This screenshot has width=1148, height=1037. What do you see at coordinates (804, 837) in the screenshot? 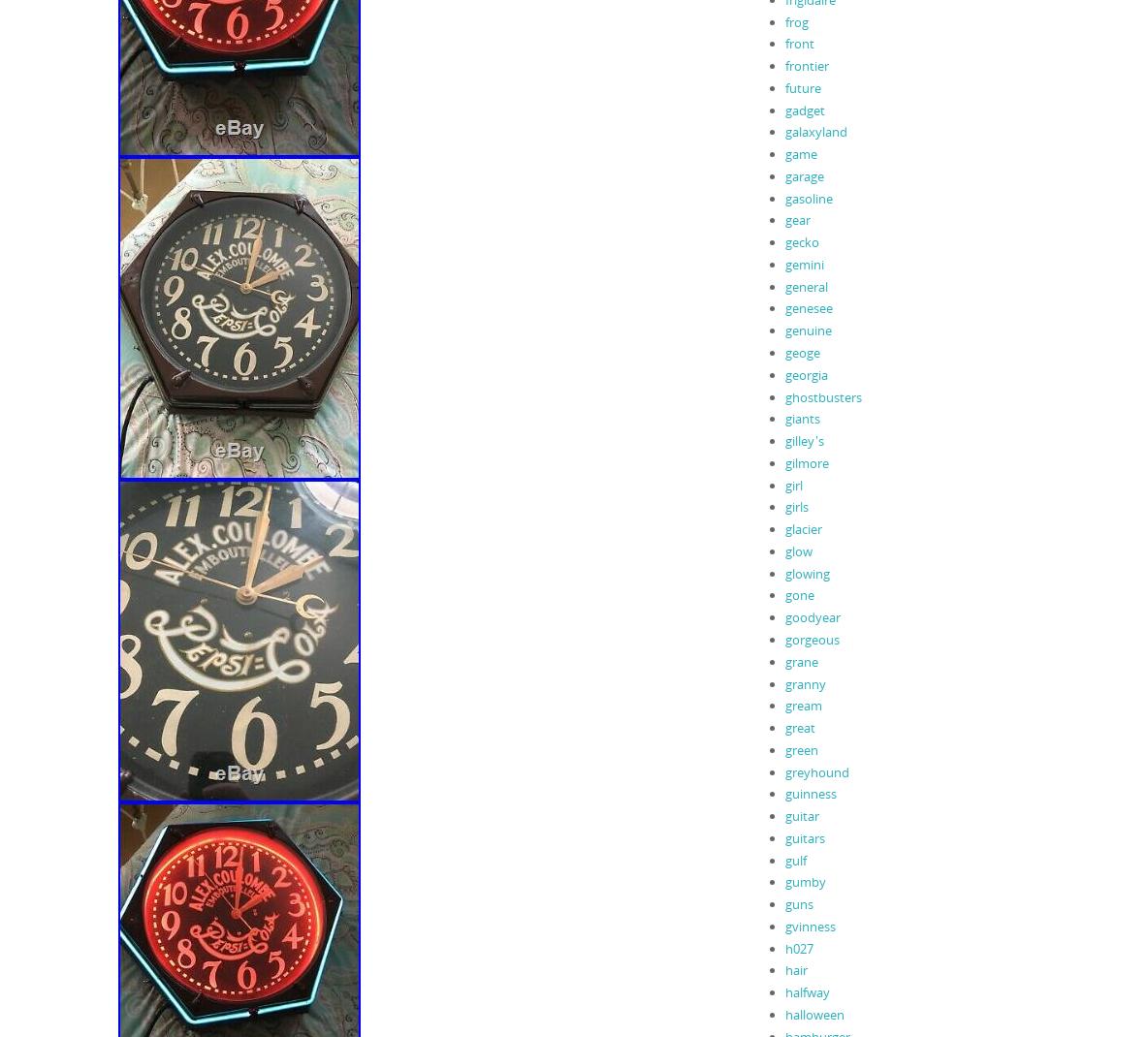
I see `'guitars'` at bounding box center [804, 837].